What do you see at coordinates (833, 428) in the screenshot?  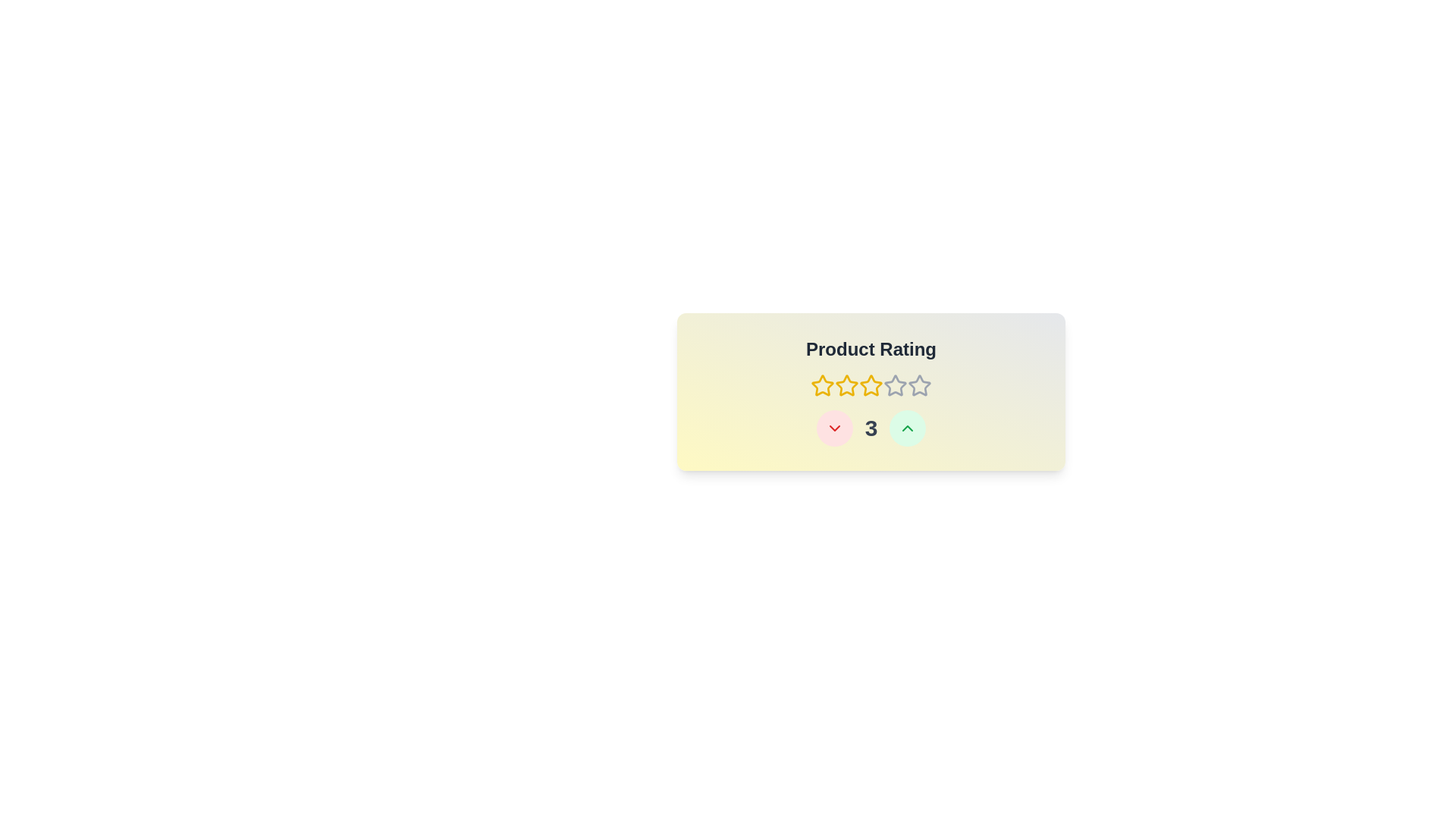 I see `the circular button with a light red background and a downward red chevron, located to the left of the numeric label '3' and below the product rating stars, to decrement the value` at bounding box center [833, 428].